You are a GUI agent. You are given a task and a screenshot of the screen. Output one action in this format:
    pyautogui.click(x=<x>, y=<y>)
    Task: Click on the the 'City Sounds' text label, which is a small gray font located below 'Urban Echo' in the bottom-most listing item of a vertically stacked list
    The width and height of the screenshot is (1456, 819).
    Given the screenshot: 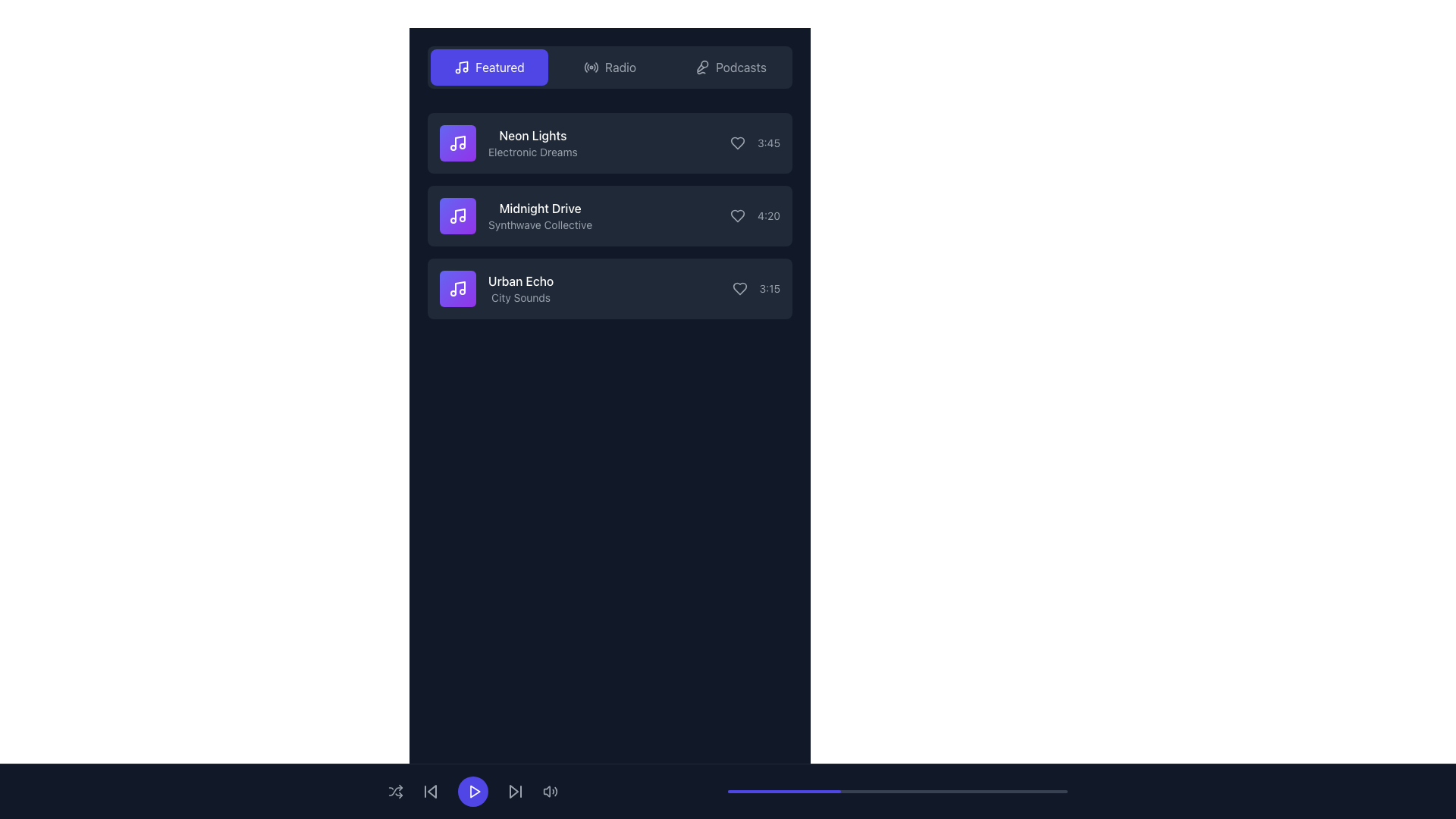 What is the action you would take?
    pyautogui.click(x=521, y=298)
    